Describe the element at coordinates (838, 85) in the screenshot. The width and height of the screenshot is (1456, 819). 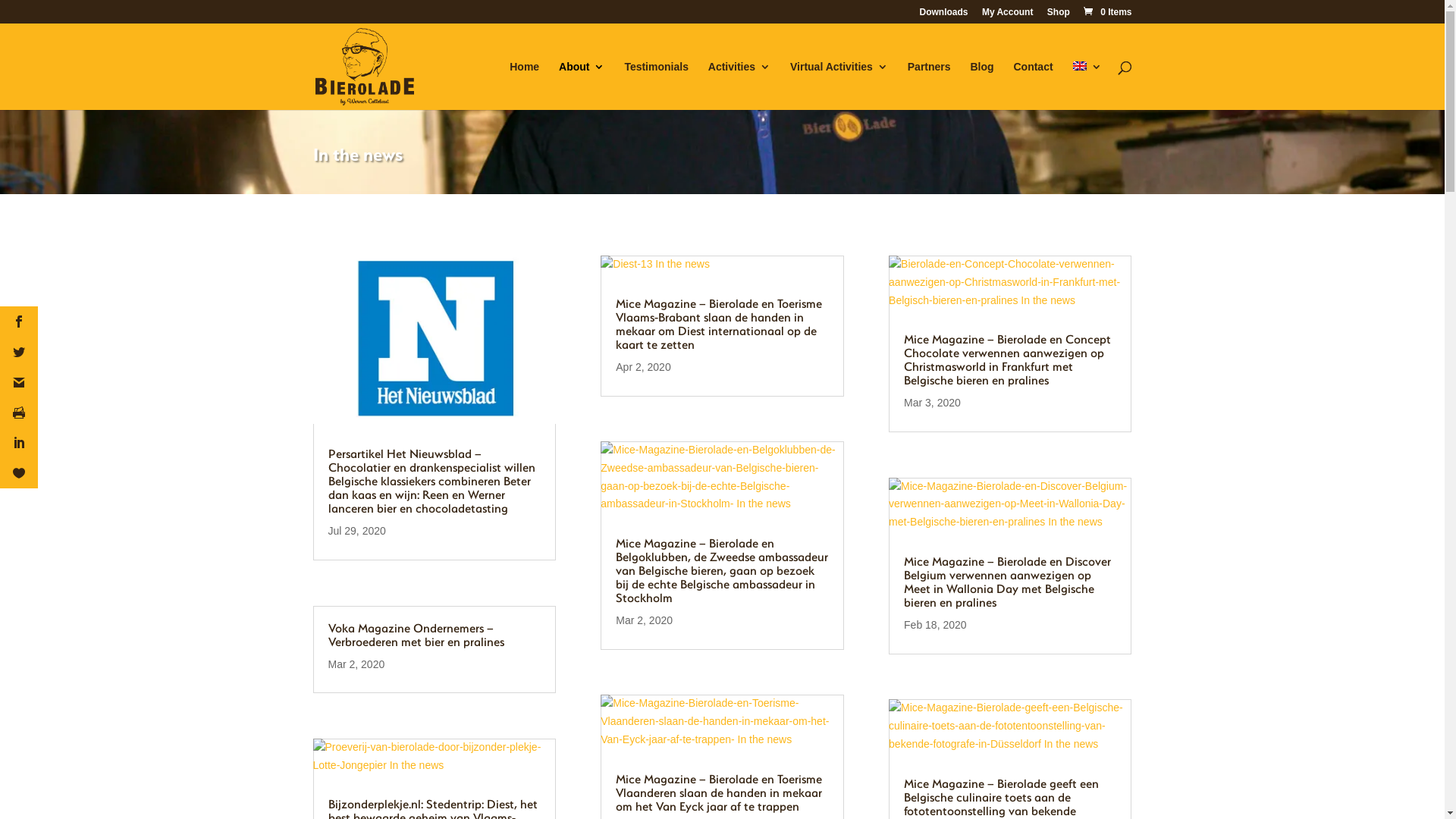
I see `'Virtual Activities'` at that location.